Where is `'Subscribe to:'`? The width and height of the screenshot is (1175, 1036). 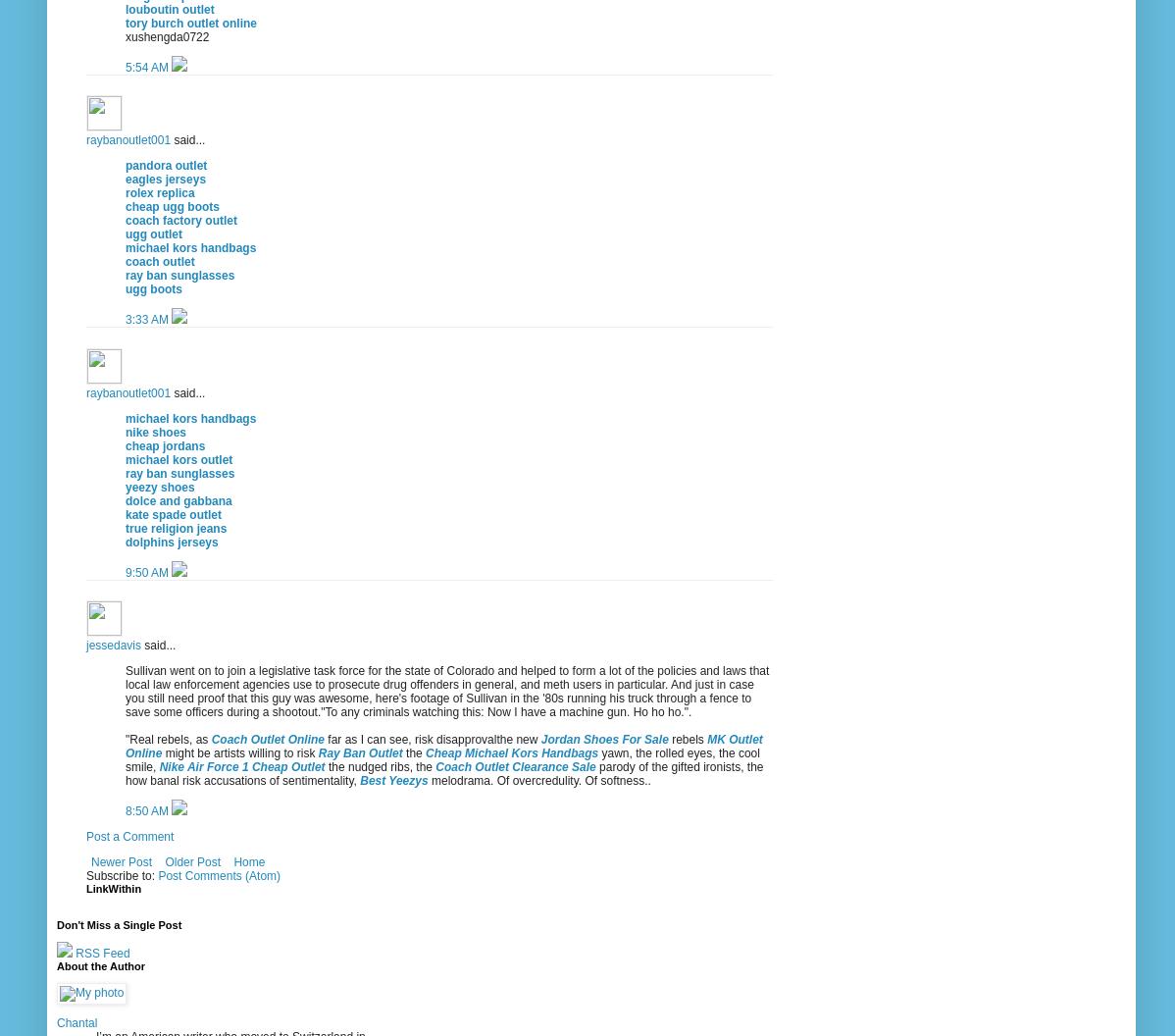
'Subscribe to:' is located at coordinates (121, 874).